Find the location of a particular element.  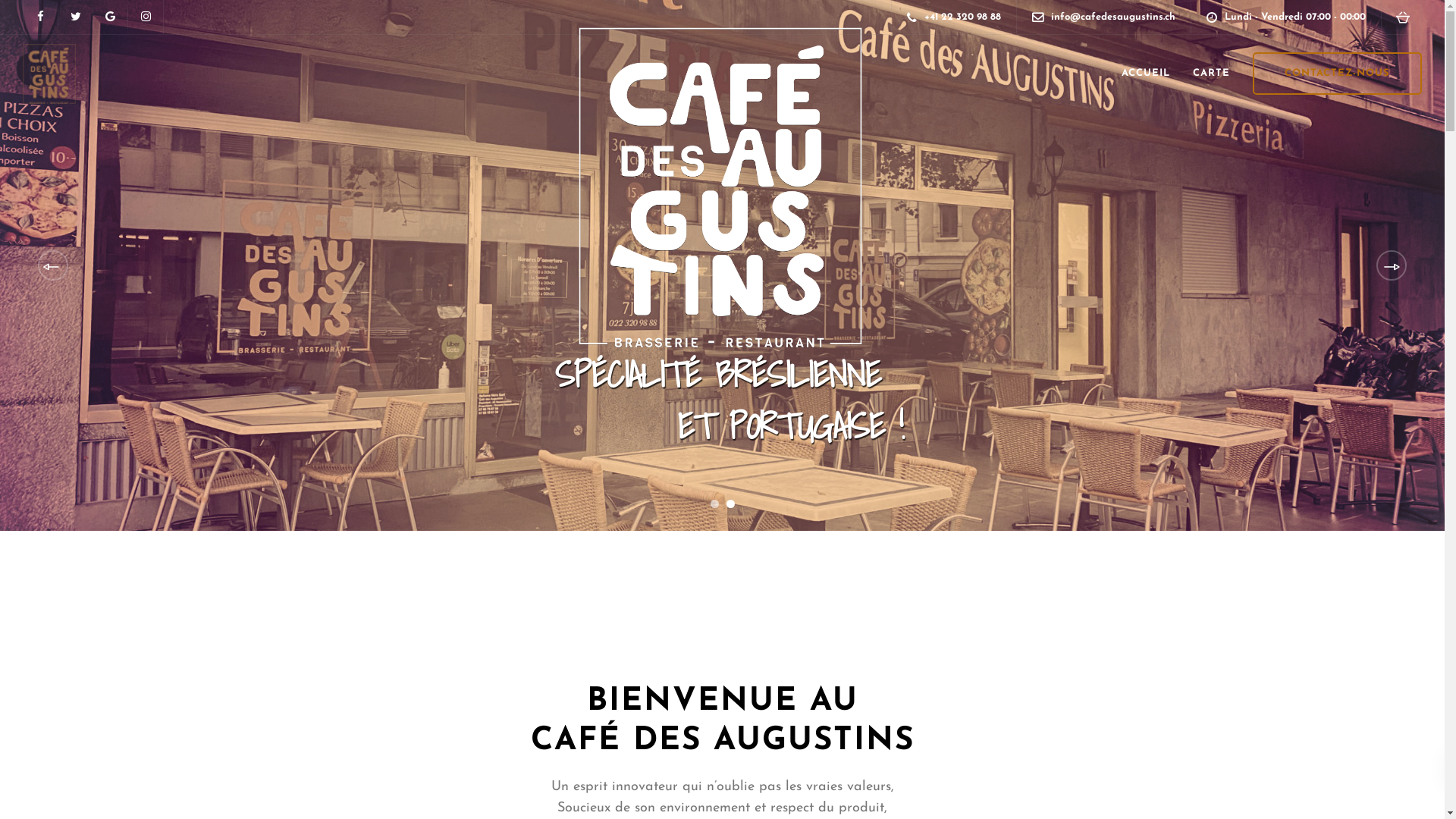

'CARTE' is located at coordinates (1181, 73).